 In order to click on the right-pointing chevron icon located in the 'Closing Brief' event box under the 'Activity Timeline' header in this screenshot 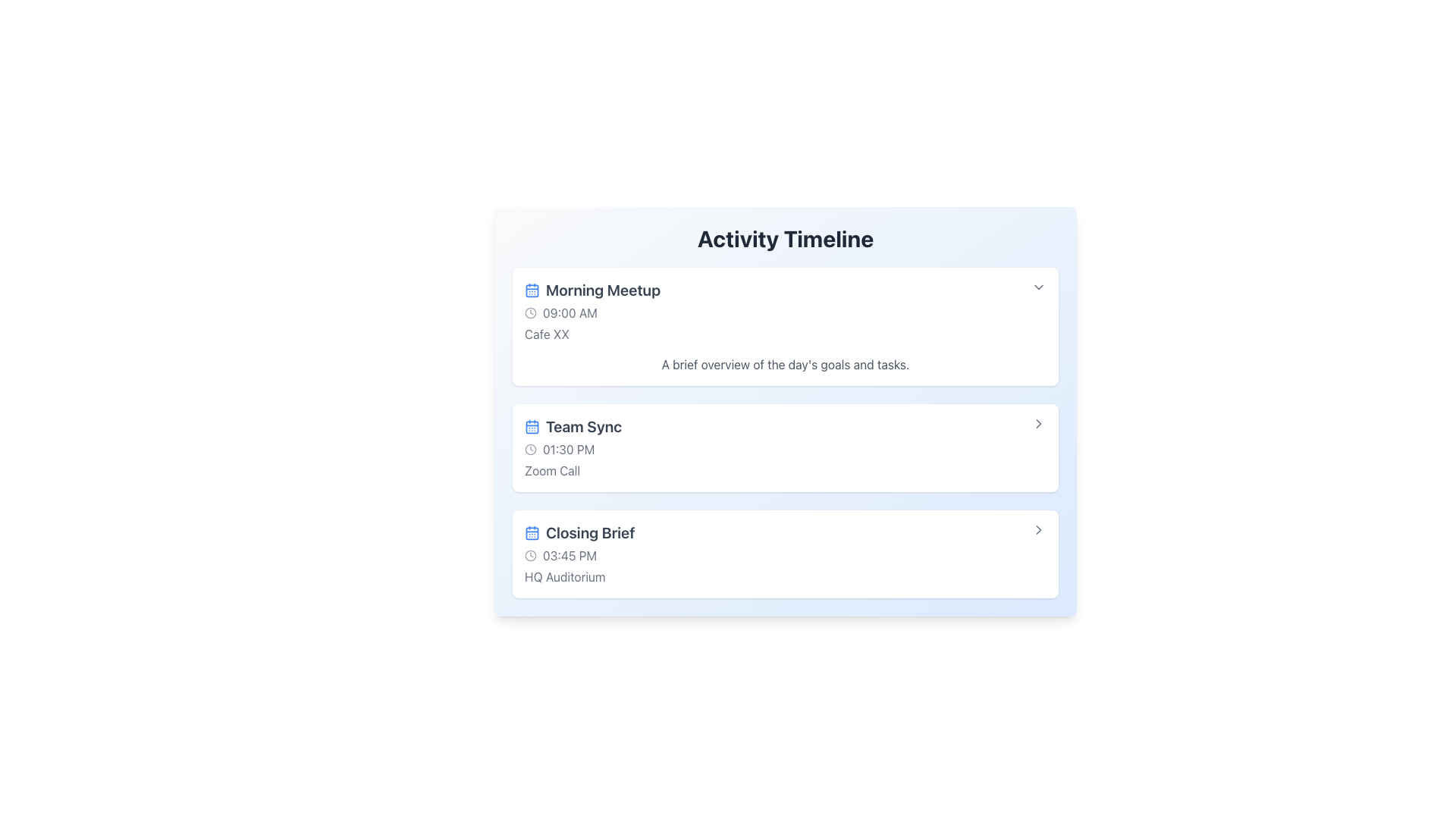, I will do `click(1037, 529)`.